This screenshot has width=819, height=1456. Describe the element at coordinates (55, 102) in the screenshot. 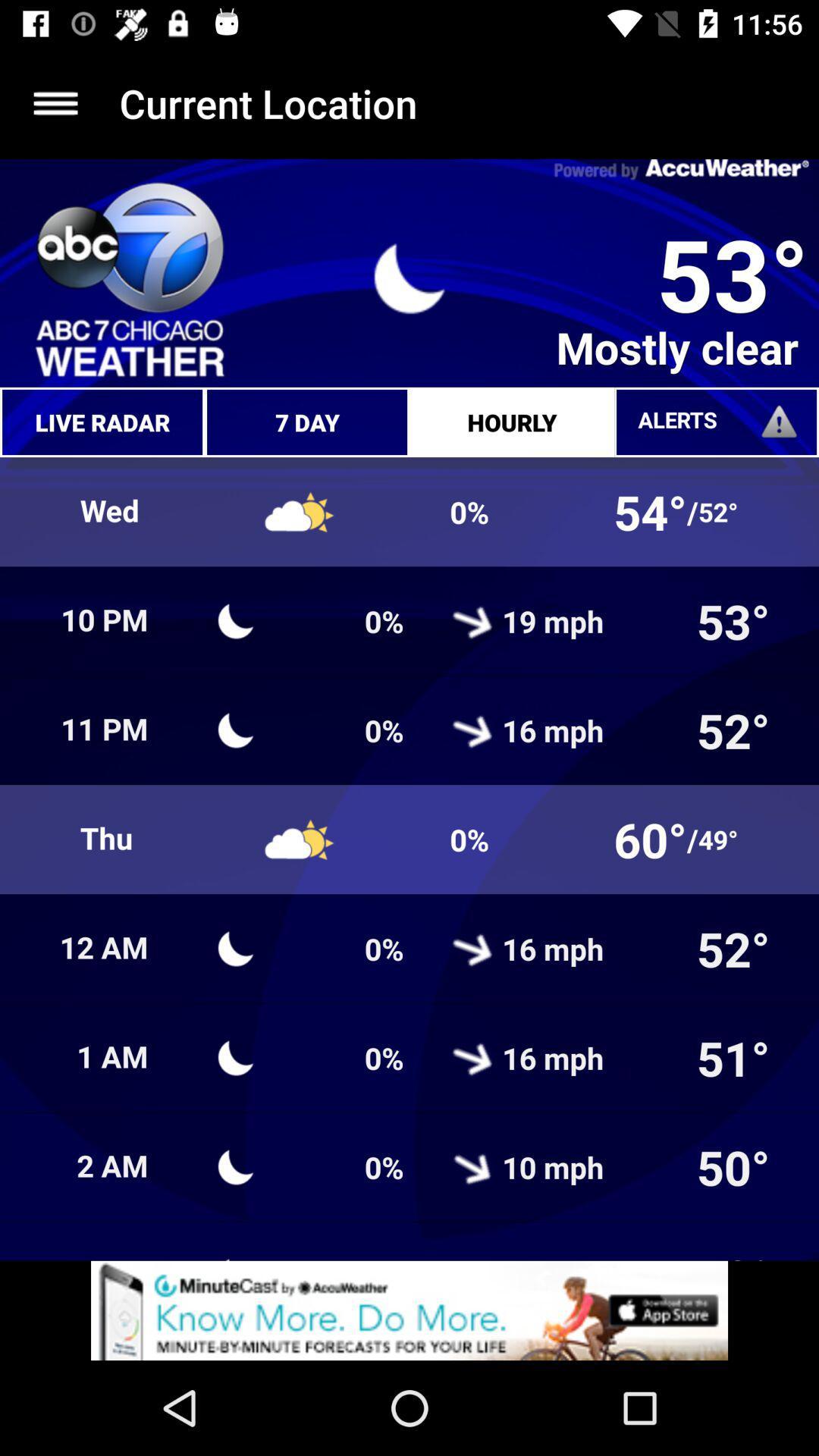

I see `the menu icon` at that location.